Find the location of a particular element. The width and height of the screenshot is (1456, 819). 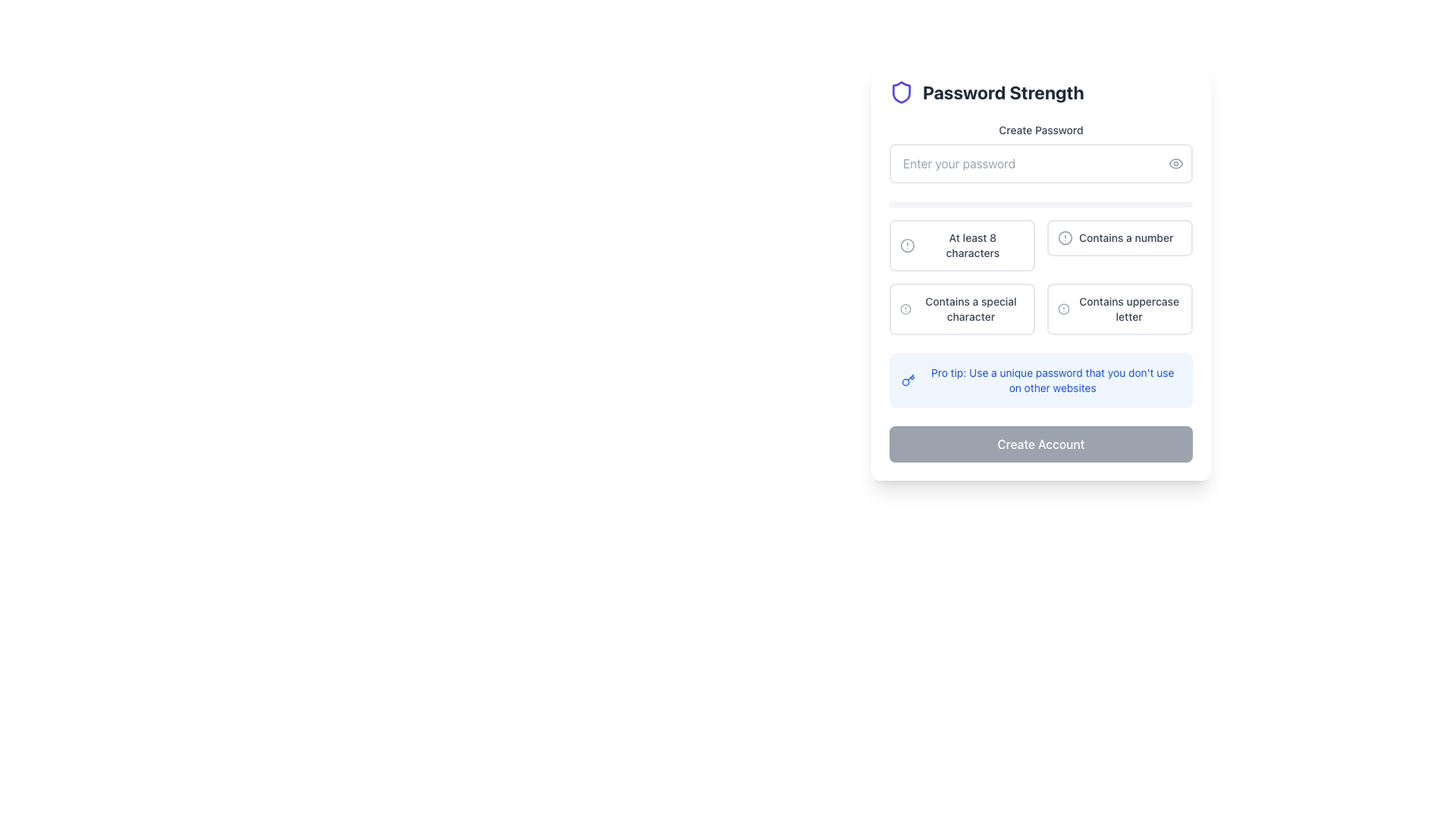

the informational label reading 'Contains a special character' in the password creation section is located at coordinates (961, 309).